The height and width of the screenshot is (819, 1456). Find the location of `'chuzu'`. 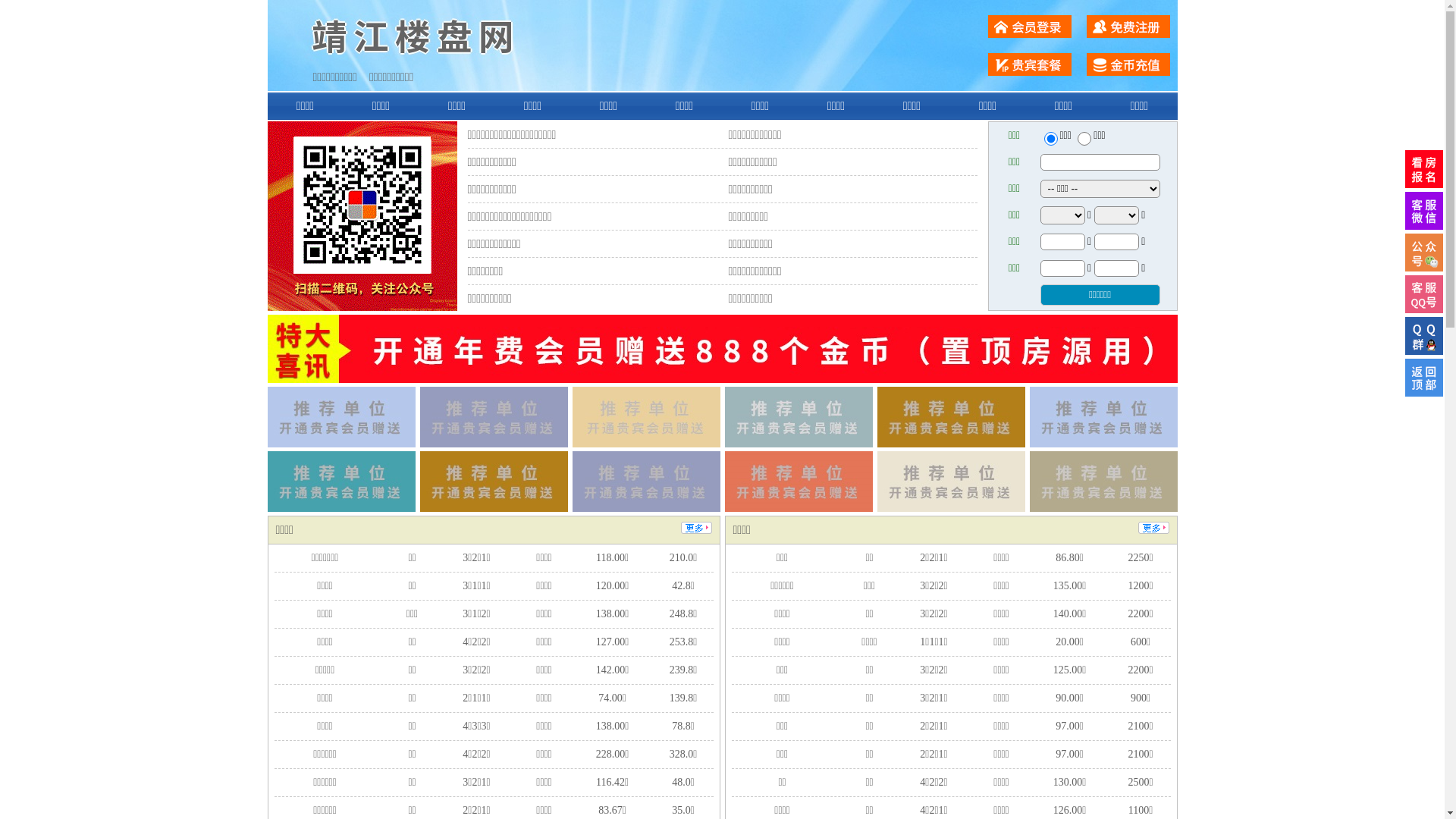

'chuzu' is located at coordinates (1084, 138).